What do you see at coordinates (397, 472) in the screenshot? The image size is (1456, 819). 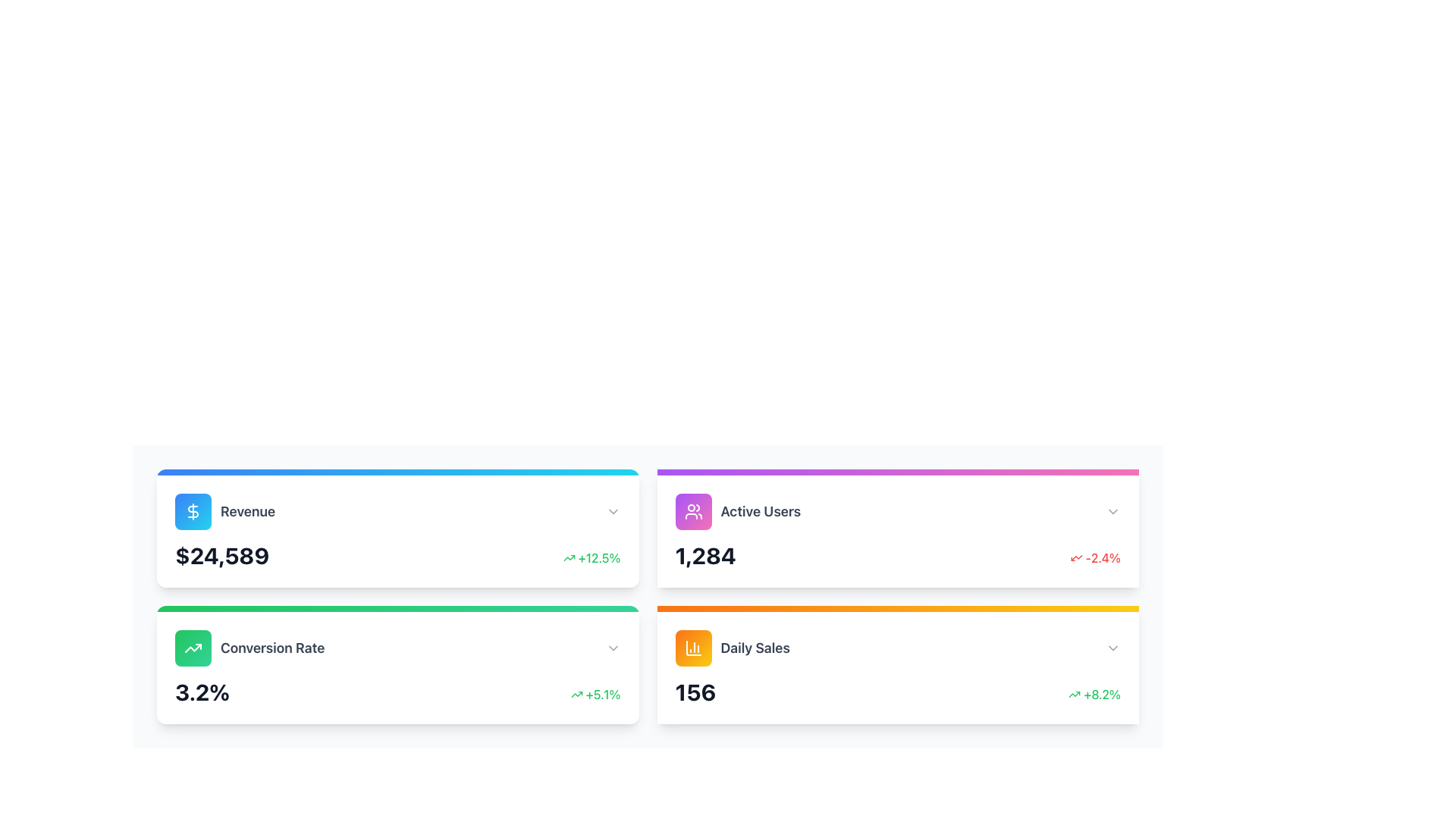 I see `the Accent bar located at the top of the 'Revenue' card, which features a gradient background from blue to cyan and spans the full width of the card` at bounding box center [397, 472].